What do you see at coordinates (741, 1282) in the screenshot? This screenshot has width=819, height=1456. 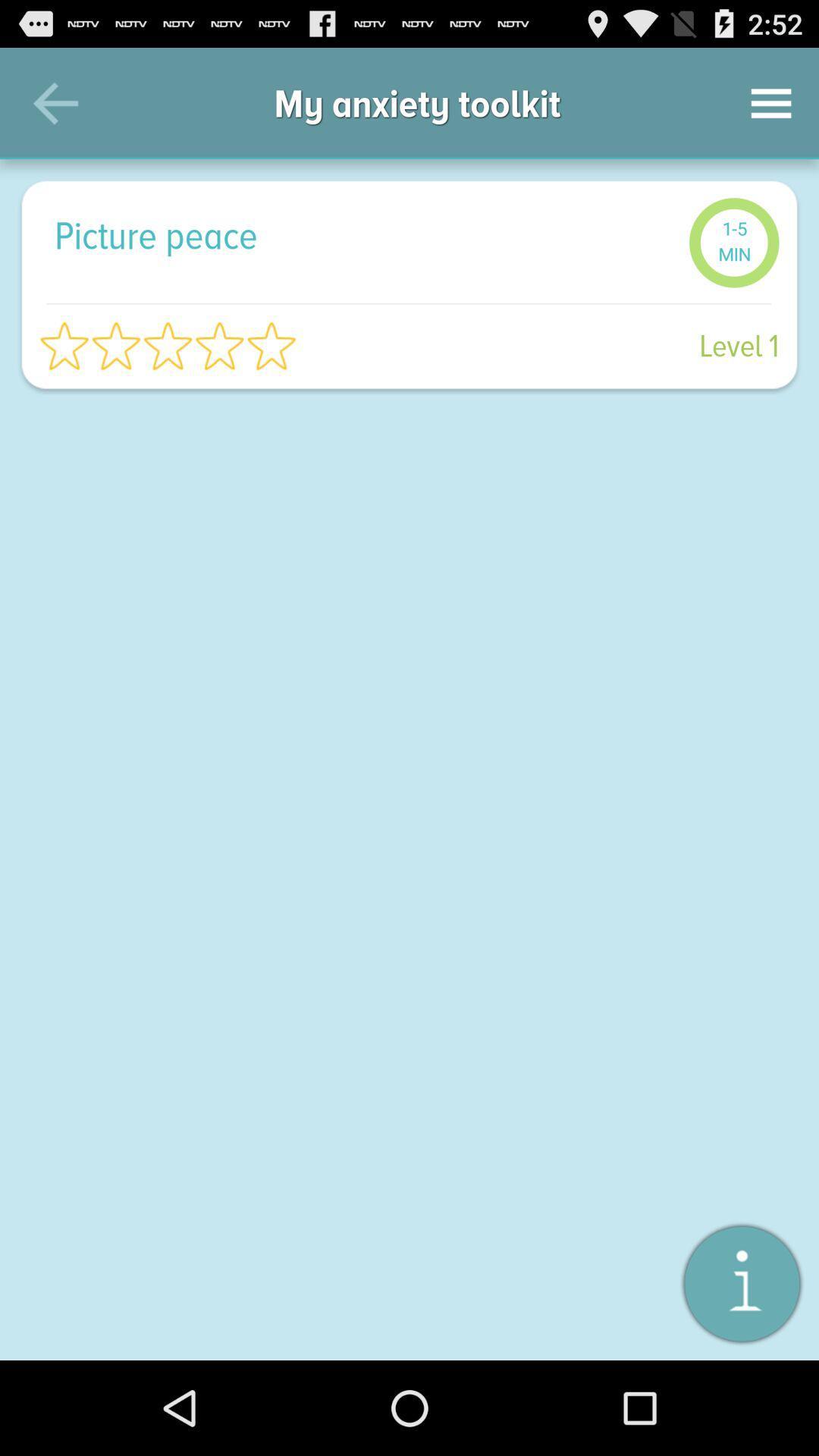 I see `the item below the level 1` at bounding box center [741, 1282].